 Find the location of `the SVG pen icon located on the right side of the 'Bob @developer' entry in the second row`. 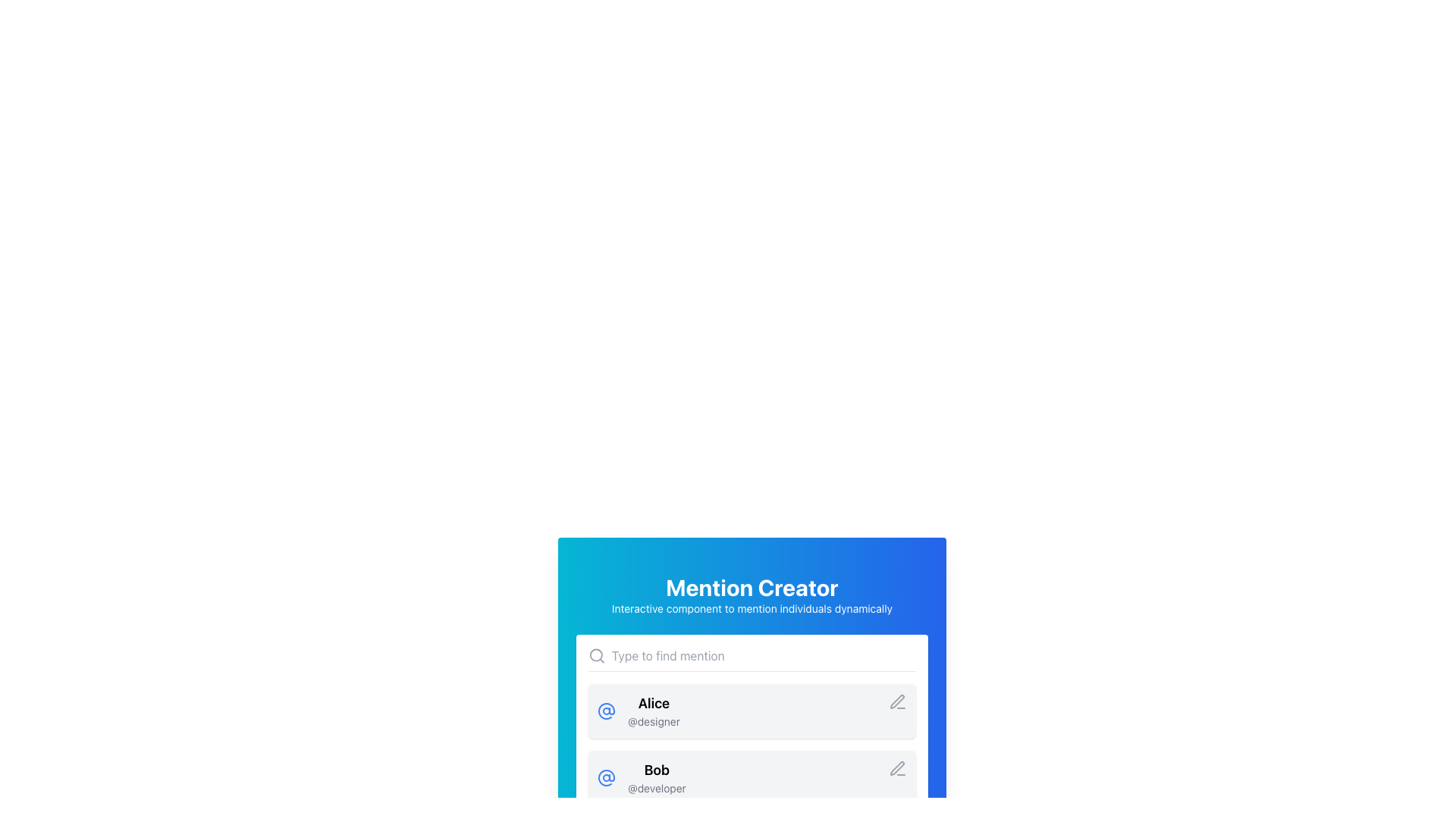

the SVG pen icon located on the right side of the 'Bob @developer' entry in the second row is located at coordinates (896, 768).